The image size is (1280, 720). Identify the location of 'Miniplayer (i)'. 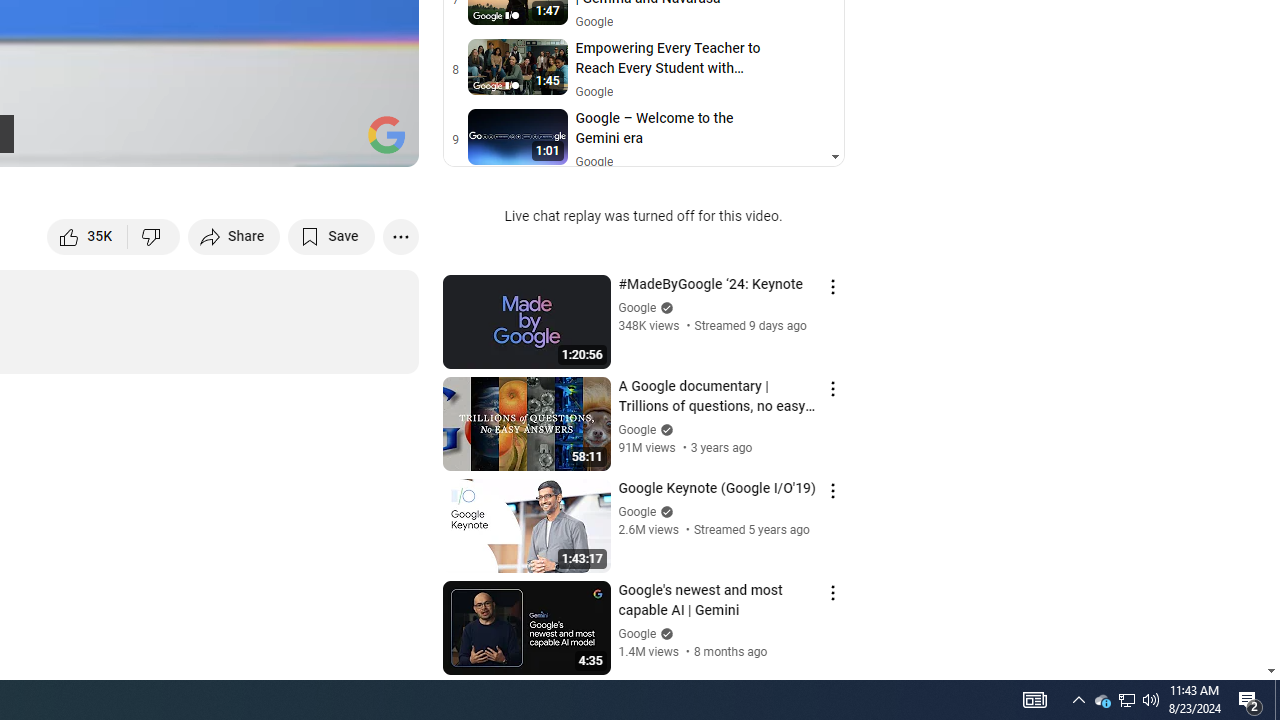
(285, 141).